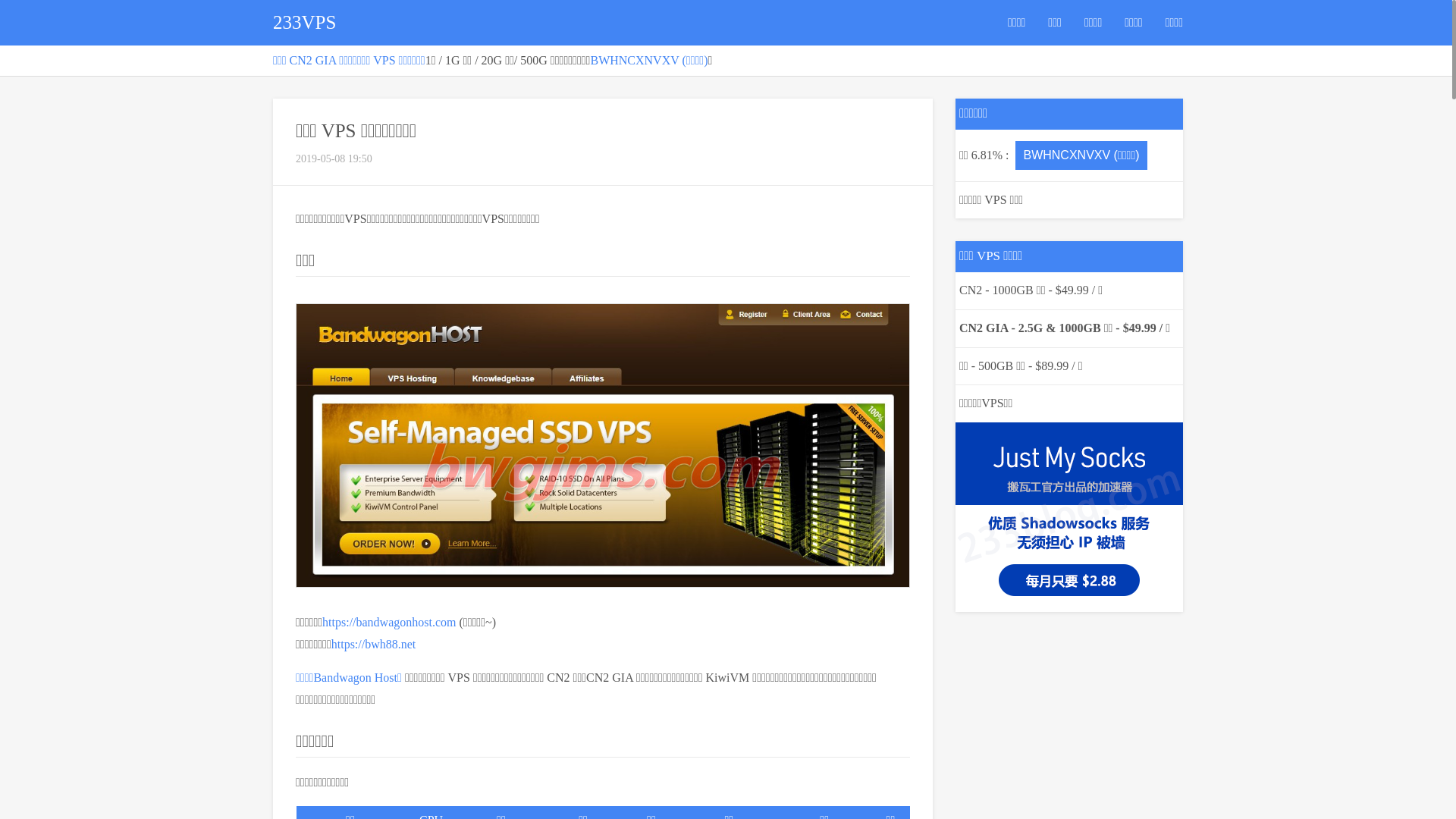 This screenshot has width=1456, height=819. Describe the element at coordinates (389, 622) in the screenshot. I see `'https://bandwagonhost.com'` at that location.